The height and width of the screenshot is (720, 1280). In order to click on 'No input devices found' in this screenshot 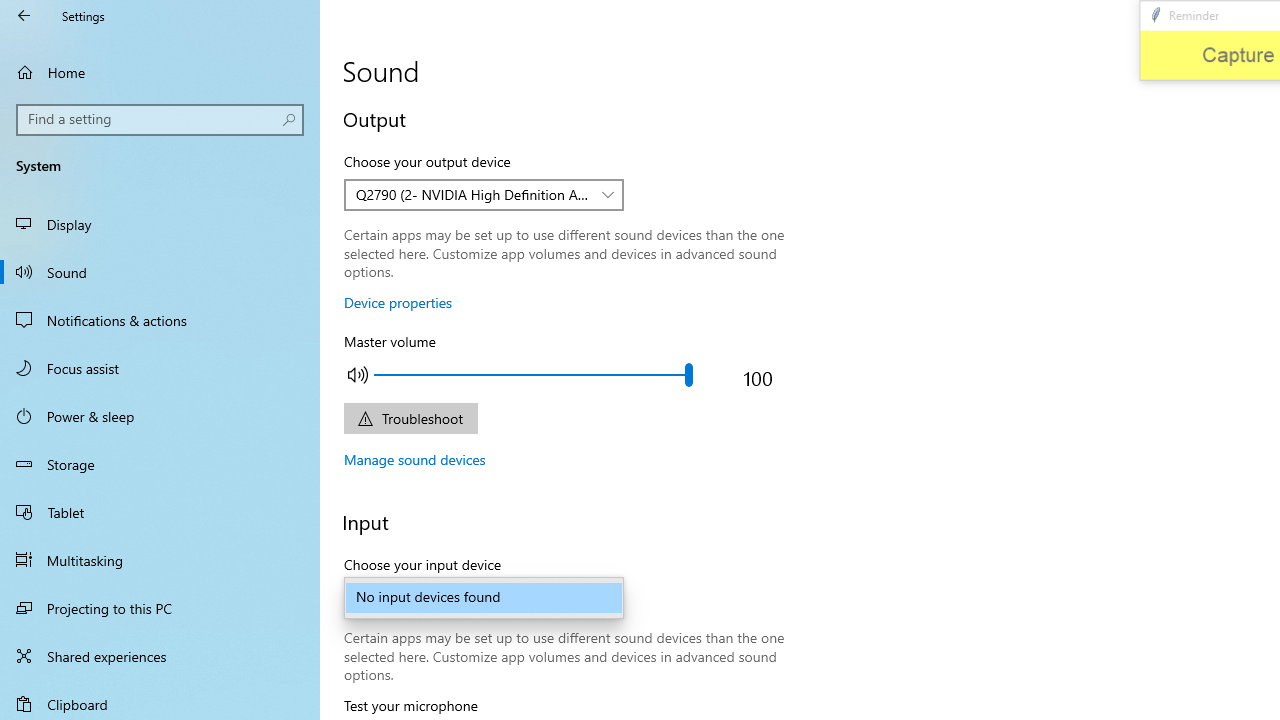, I will do `click(484, 596)`.